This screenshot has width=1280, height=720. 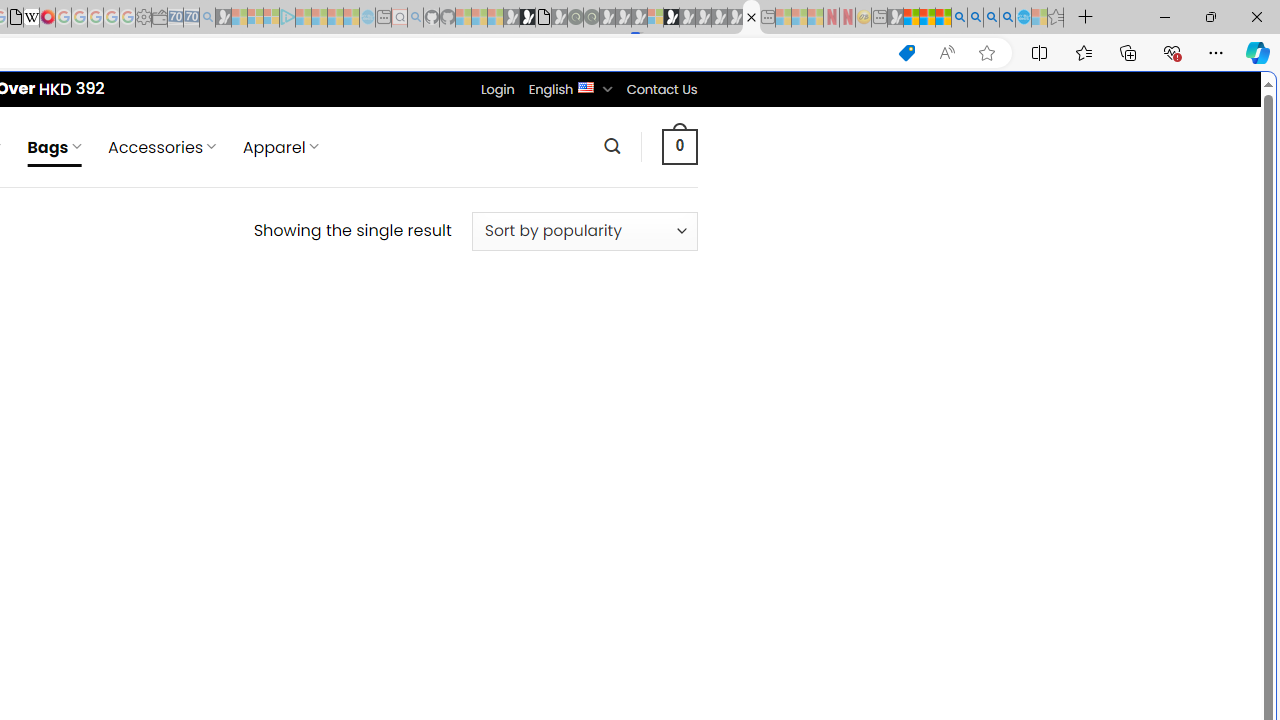 I want to click on 'This site has coupons! Shopping in Microsoft Edge', so click(x=905, y=52).